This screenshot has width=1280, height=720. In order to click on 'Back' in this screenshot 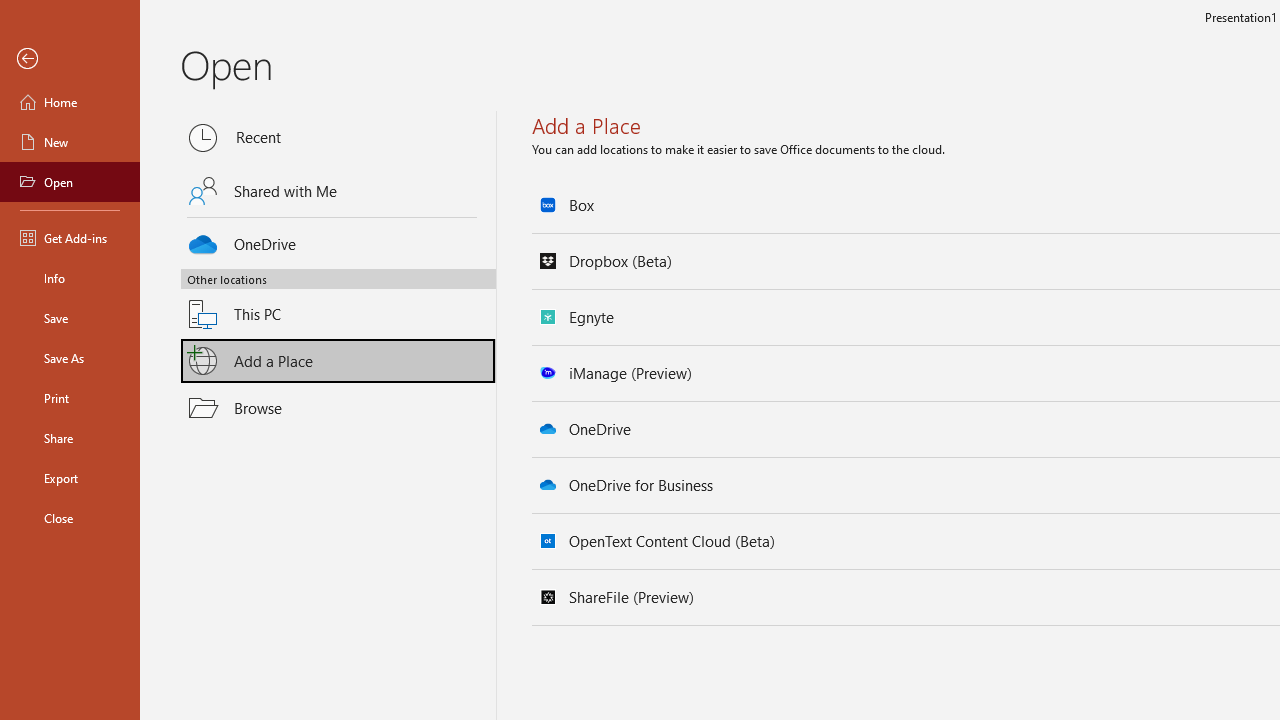, I will do `click(69, 58)`.